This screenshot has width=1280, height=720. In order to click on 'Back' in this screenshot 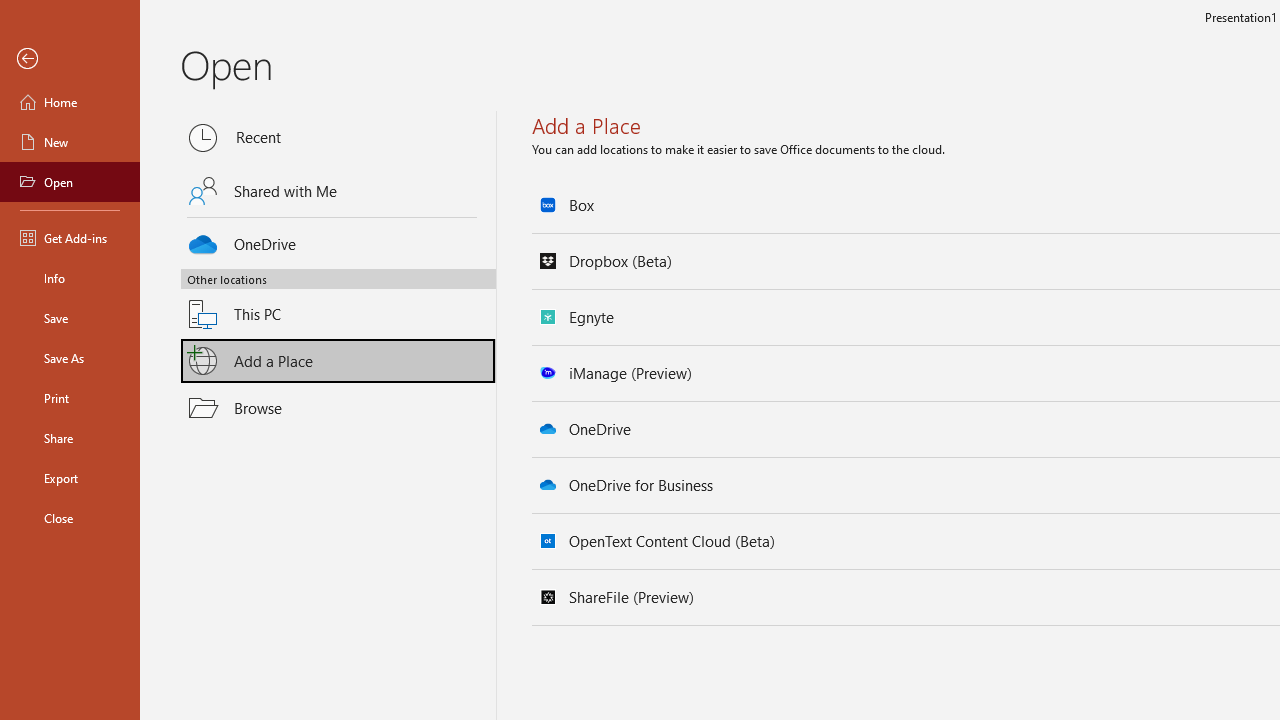, I will do `click(69, 58)`.